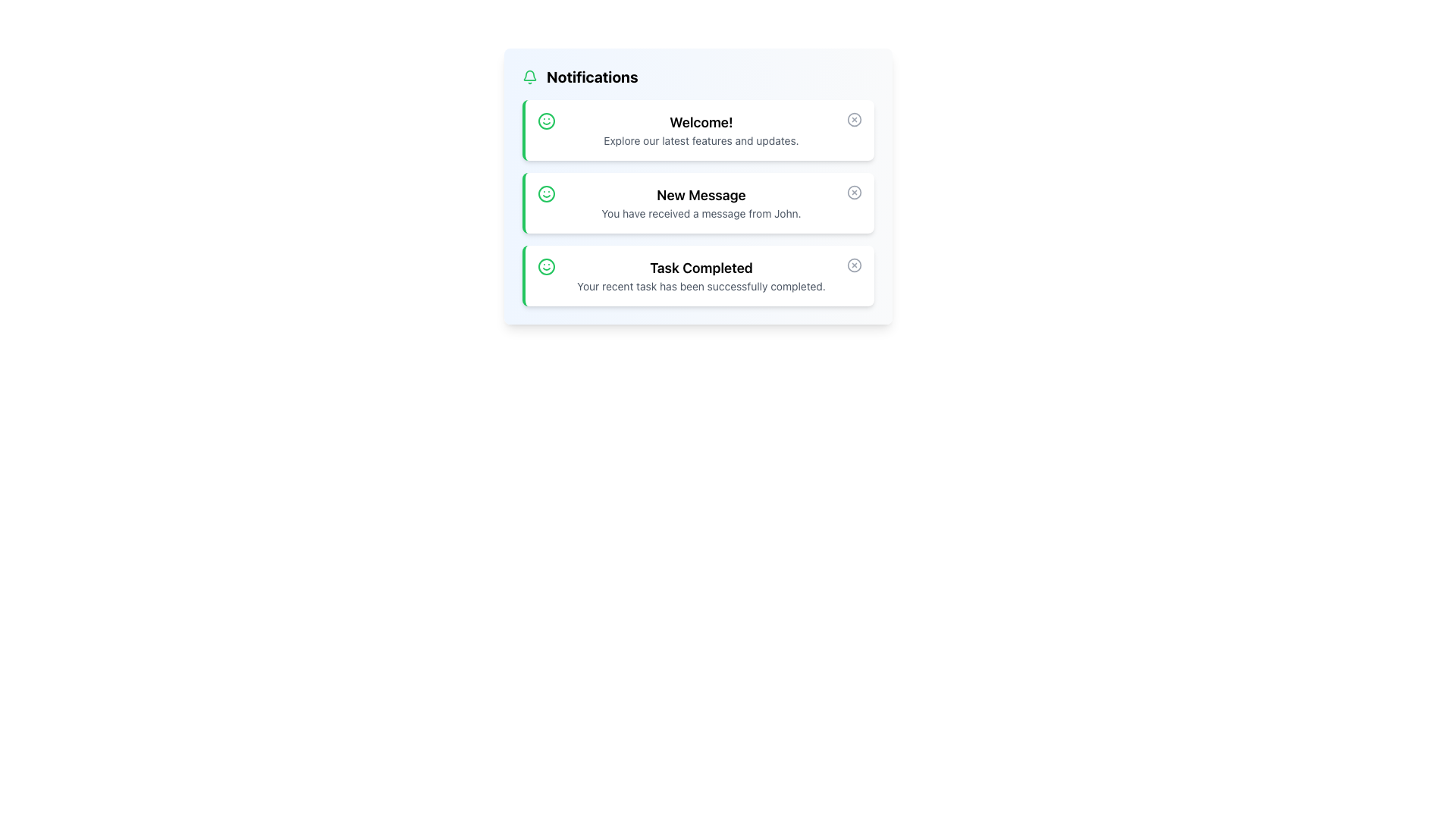 This screenshot has width=1456, height=819. Describe the element at coordinates (698, 202) in the screenshot. I see `the Notification Box that informs the user about a new message, displaying the title 'New Message' and details 'You have received a message from John.'` at that location.